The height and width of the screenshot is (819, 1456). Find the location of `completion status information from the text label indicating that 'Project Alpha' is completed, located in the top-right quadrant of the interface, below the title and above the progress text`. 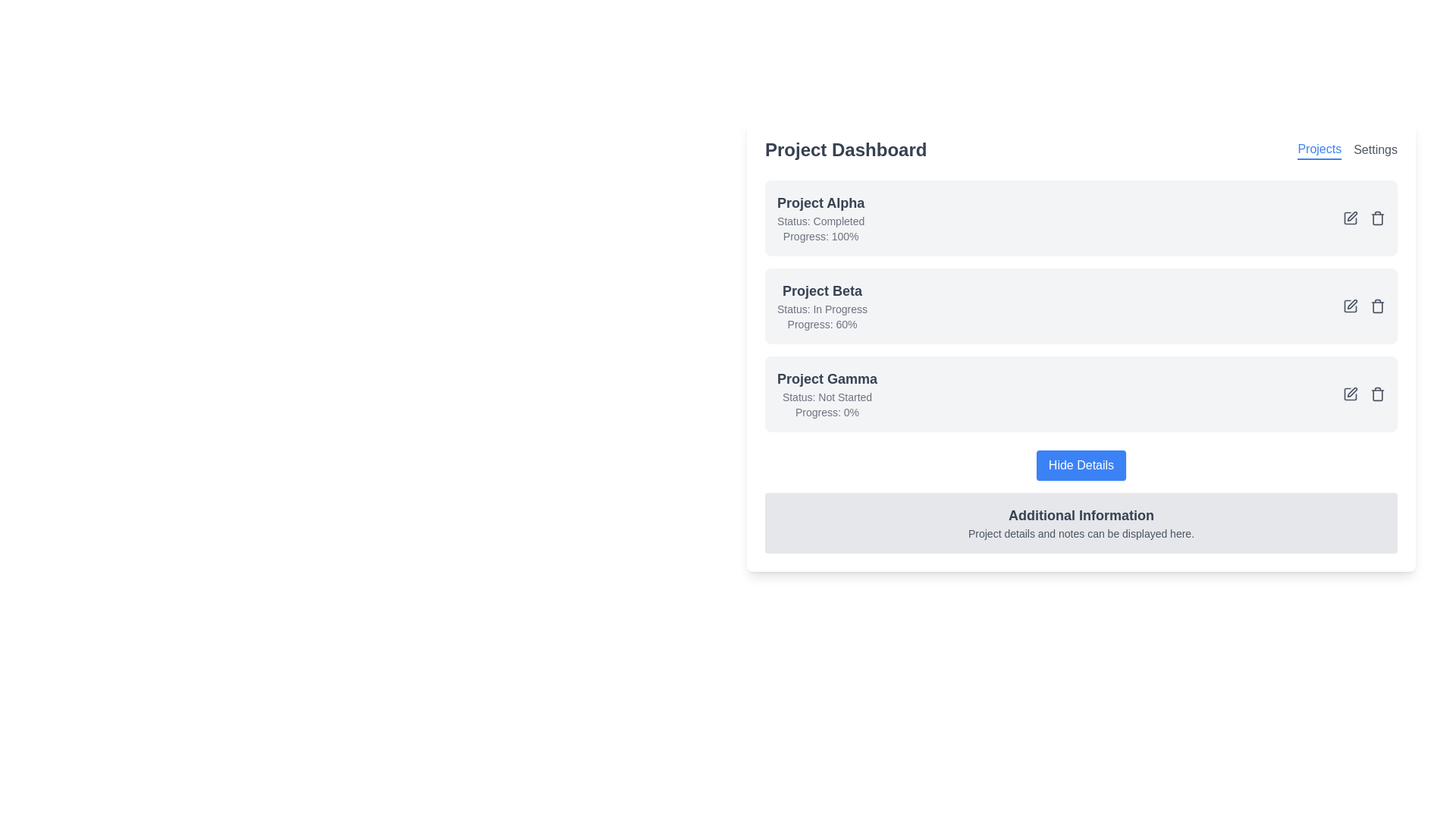

completion status information from the text label indicating that 'Project Alpha' is completed, located in the top-right quadrant of the interface, below the title and above the progress text is located at coordinates (820, 221).